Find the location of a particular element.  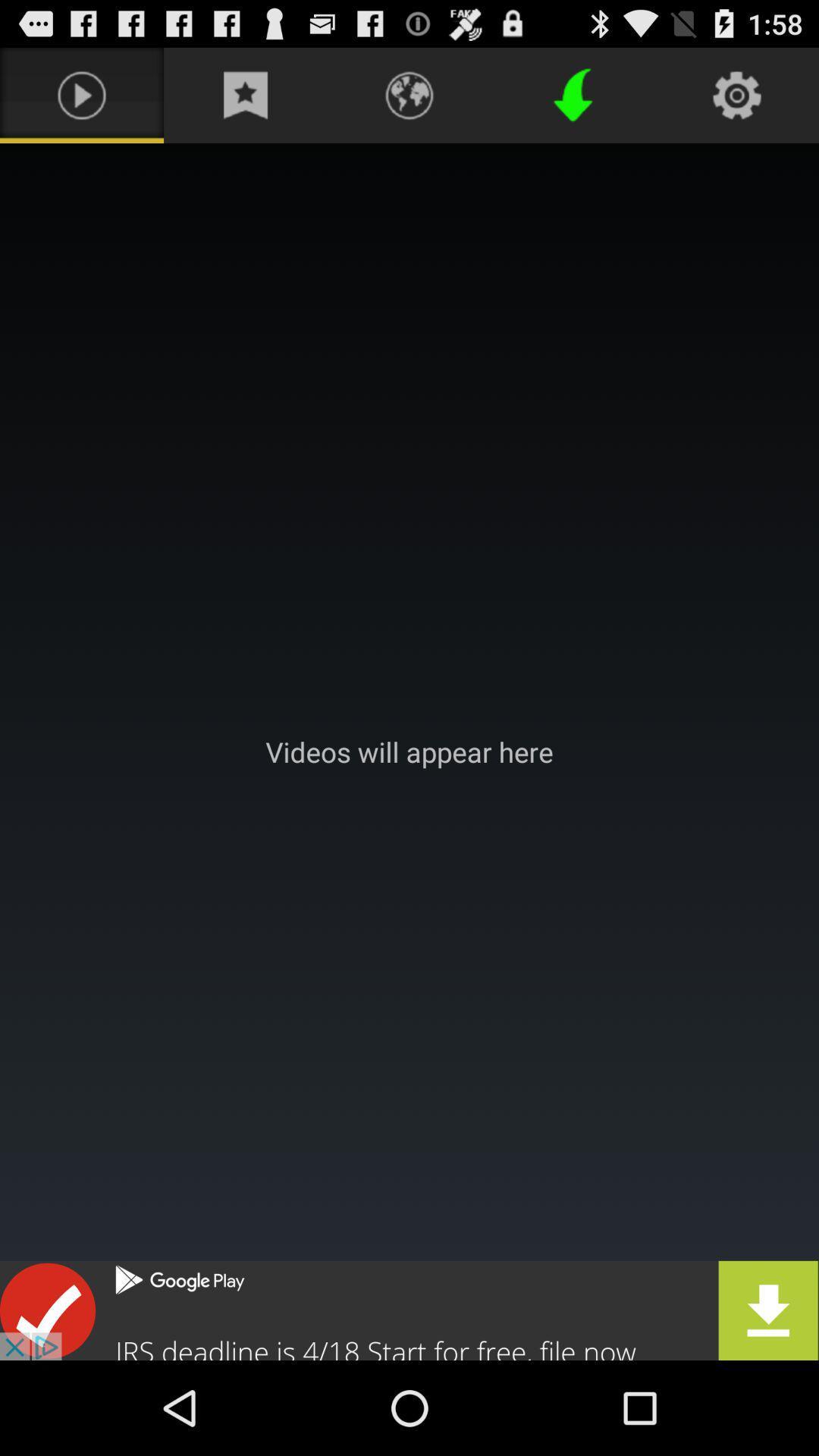

advertisement is located at coordinates (409, 1310).